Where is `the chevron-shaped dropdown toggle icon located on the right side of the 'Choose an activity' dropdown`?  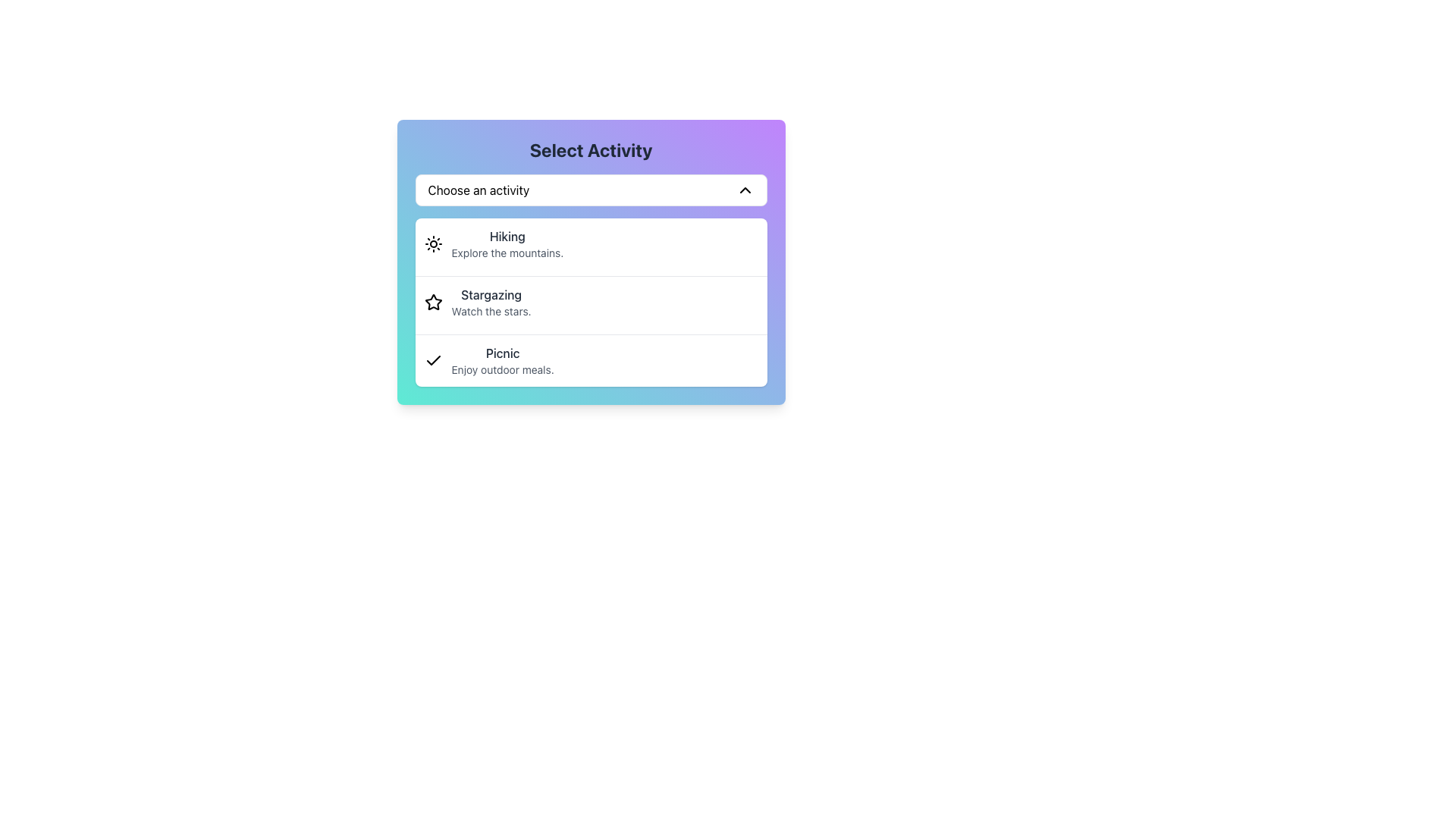 the chevron-shaped dropdown toggle icon located on the right side of the 'Choose an activity' dropdown is located at coordinates (745, 189).